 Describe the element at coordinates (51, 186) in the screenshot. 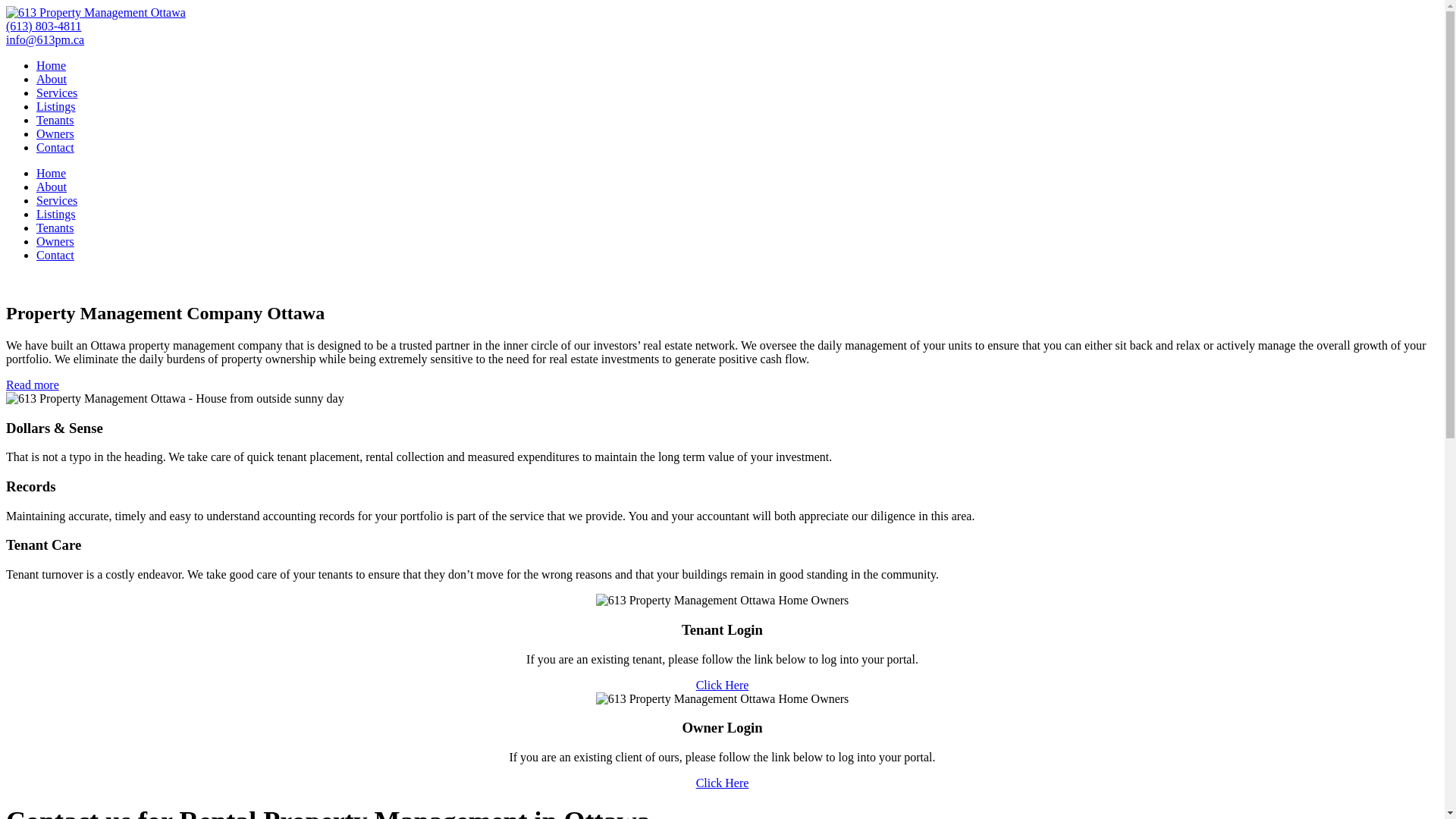

I see `'About'` at that location.